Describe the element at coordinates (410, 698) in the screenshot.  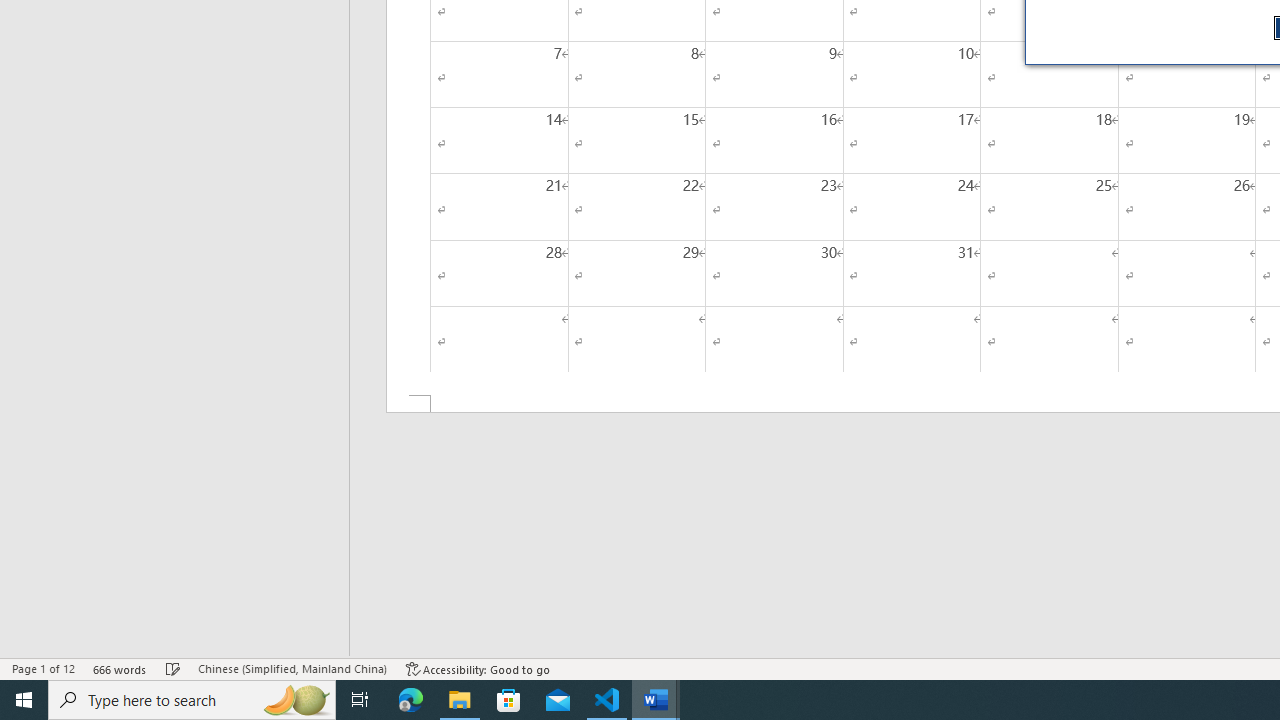
I see `'Microsoft Edge'` at that location.